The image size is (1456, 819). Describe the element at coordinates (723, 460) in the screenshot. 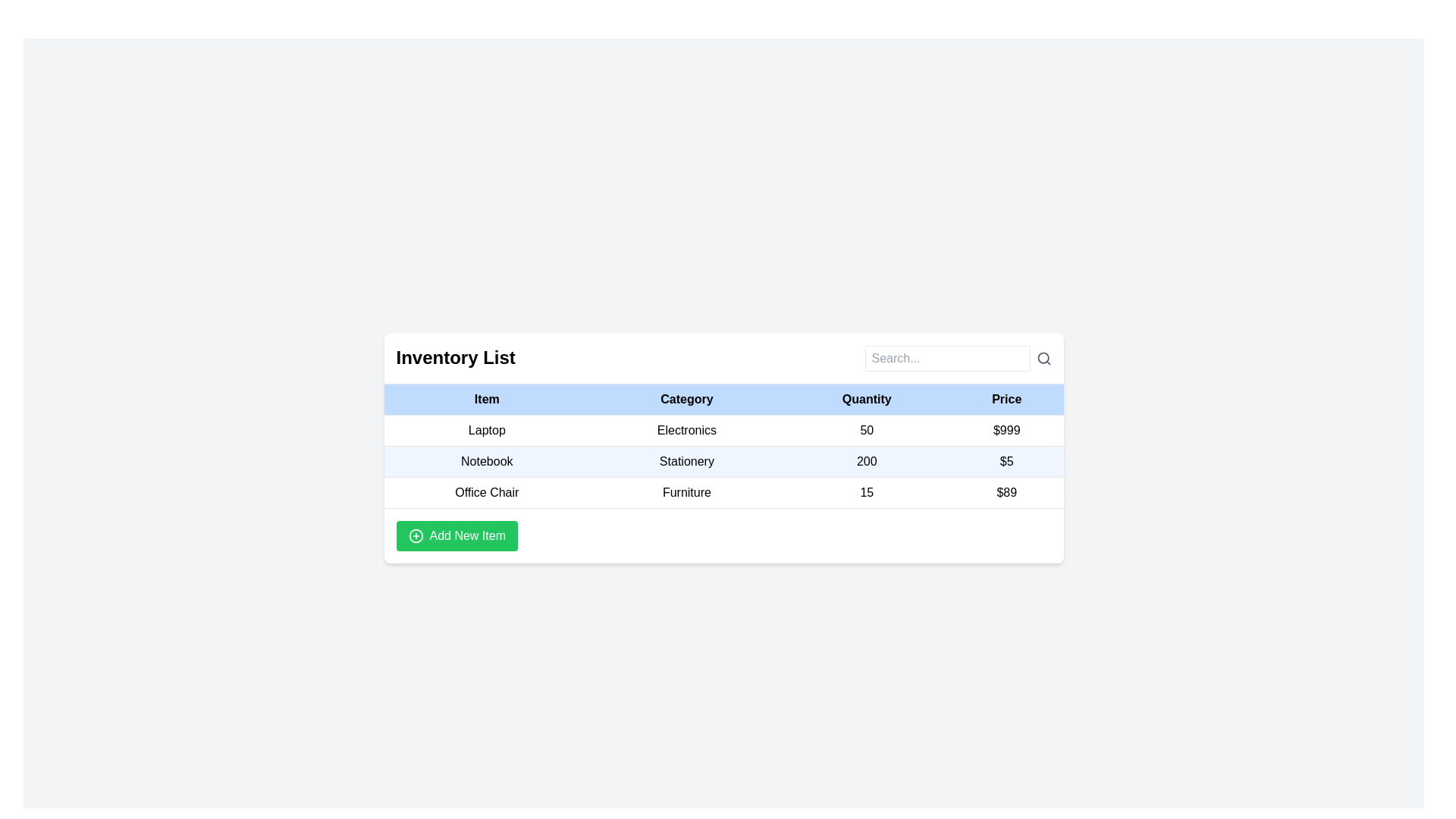

I see `the second row of the 'Inventory List' table` at that location.